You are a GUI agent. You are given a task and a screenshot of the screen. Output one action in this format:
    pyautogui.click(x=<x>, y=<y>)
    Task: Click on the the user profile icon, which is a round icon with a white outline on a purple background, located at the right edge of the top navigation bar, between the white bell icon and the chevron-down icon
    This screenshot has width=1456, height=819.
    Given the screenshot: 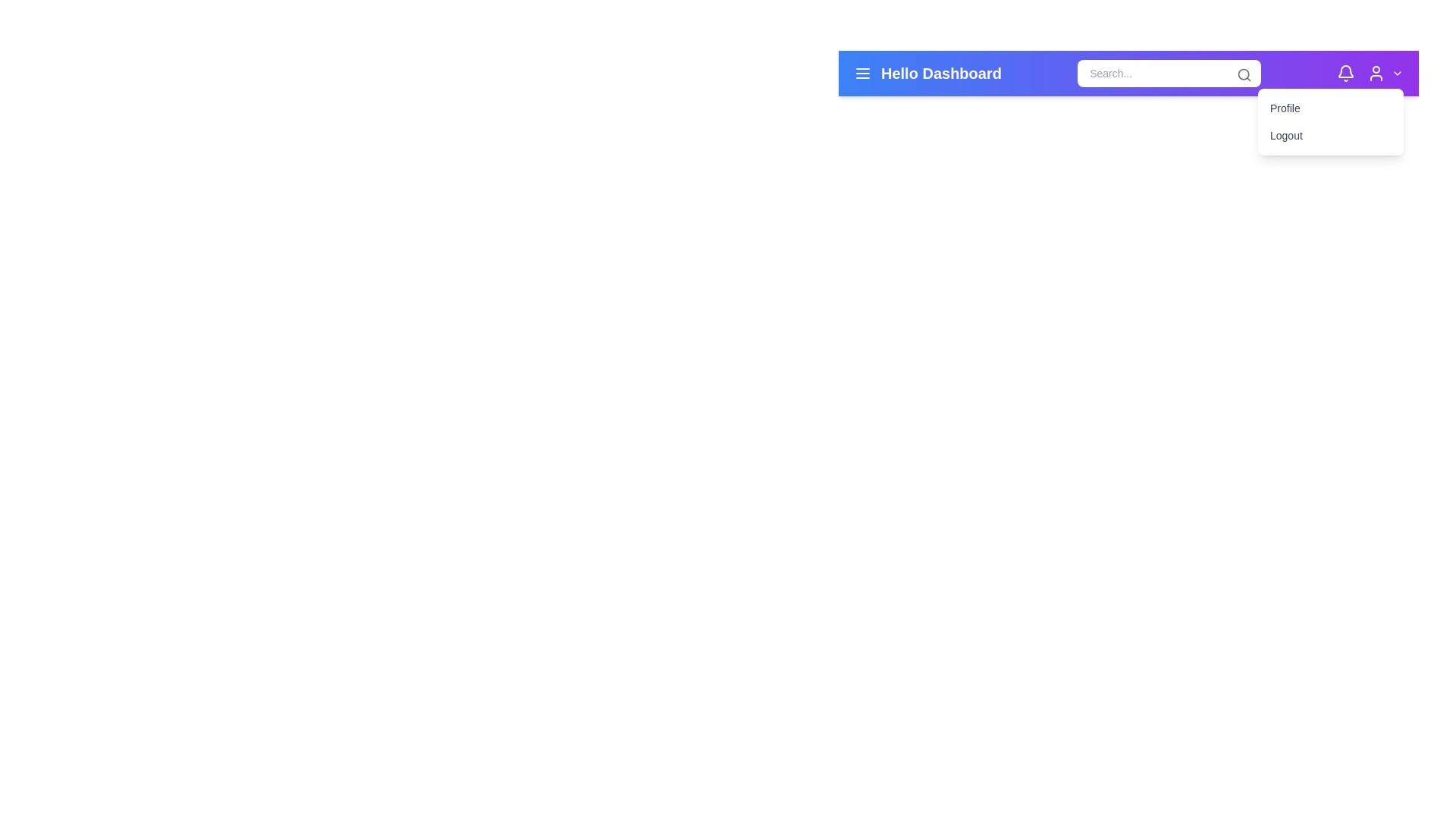 What is the action you would take?
    pyautogui.click(x=1370, y=73)
    